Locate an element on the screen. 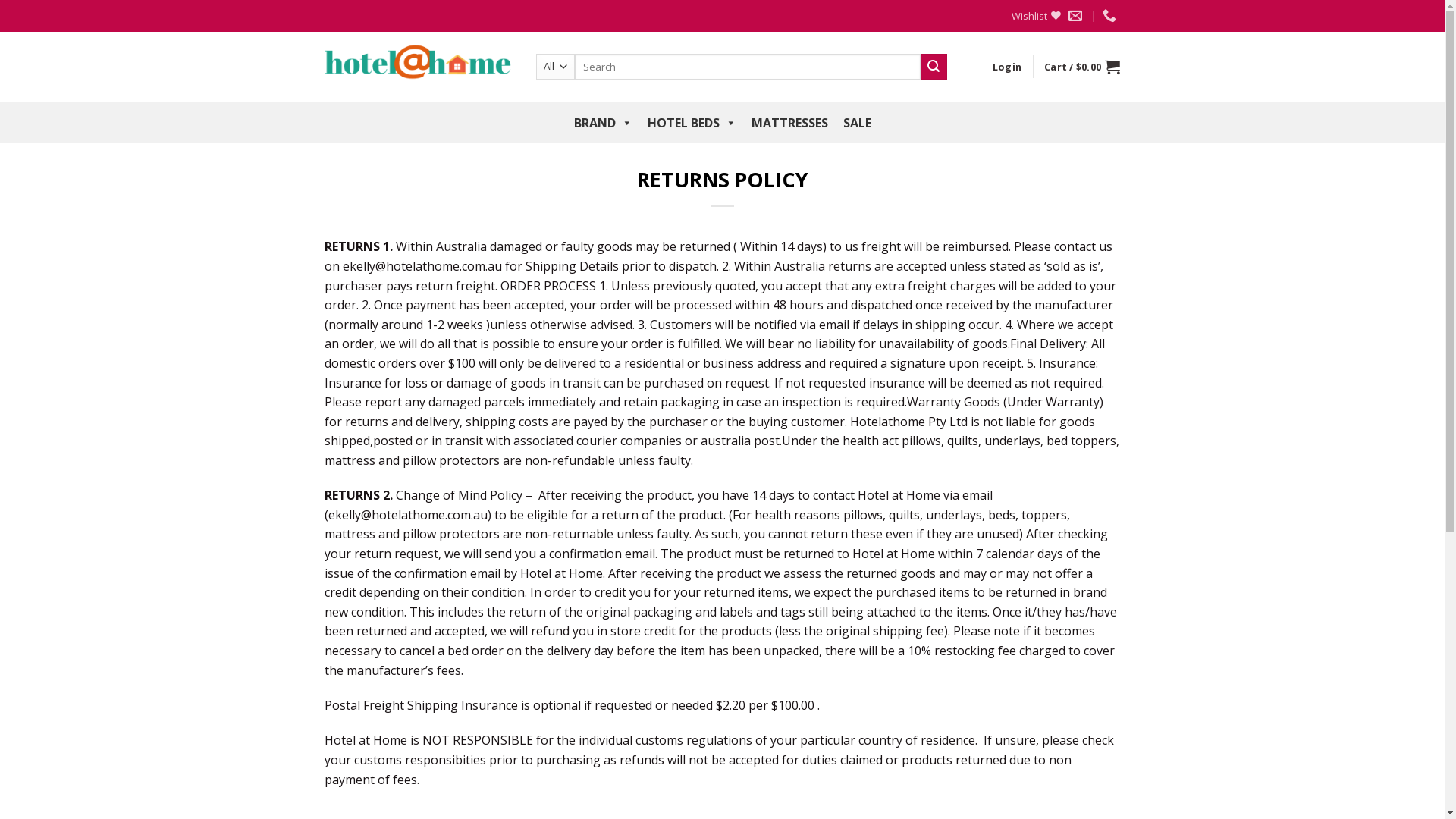 The height and width of the screenshot is (819, 1456). 'MATTRESSES' is located at coordinates (789, 122).